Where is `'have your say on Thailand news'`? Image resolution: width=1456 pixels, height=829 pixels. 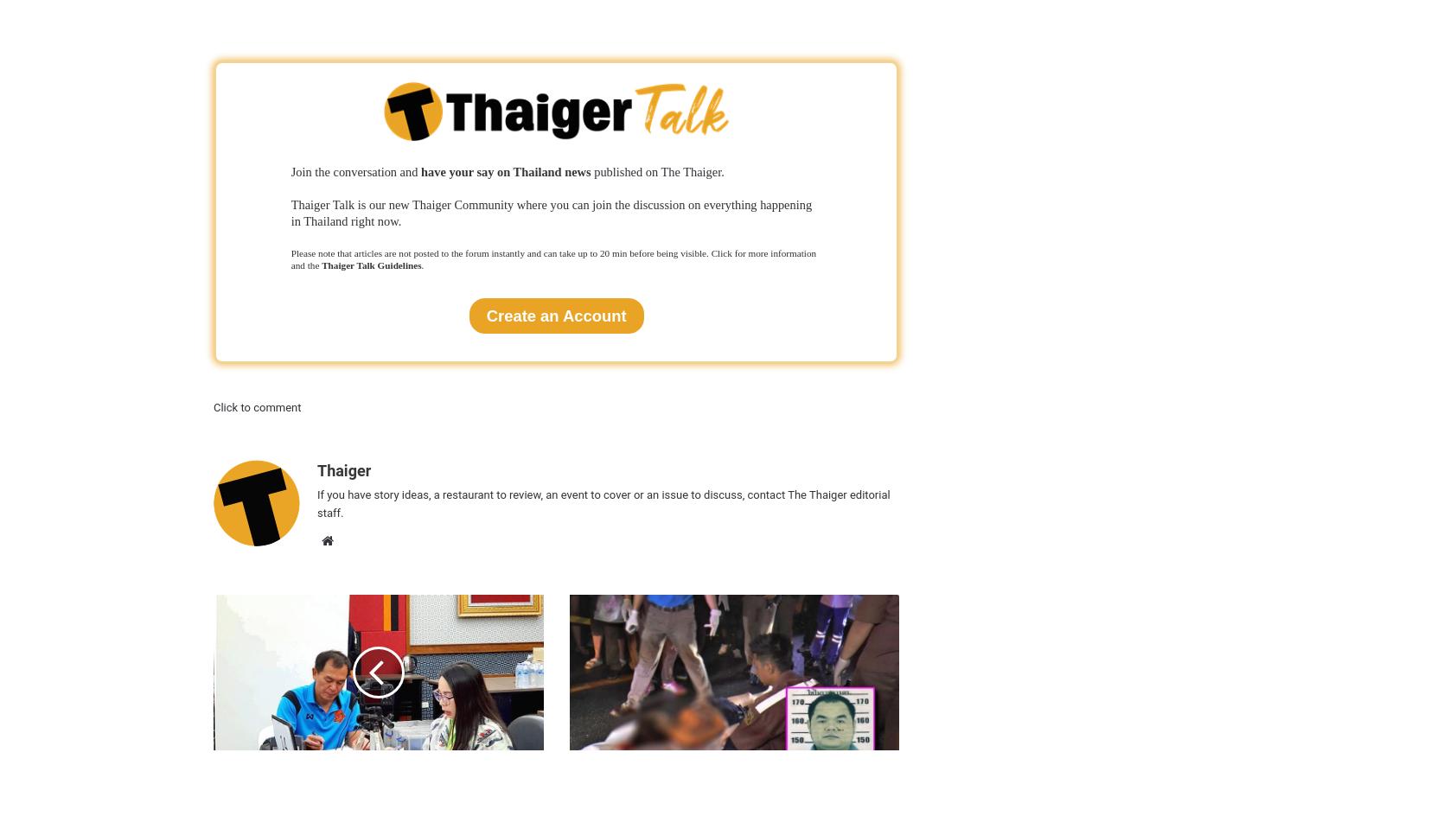 'have your say on Thailand news' is located at coordinates (505, 170).